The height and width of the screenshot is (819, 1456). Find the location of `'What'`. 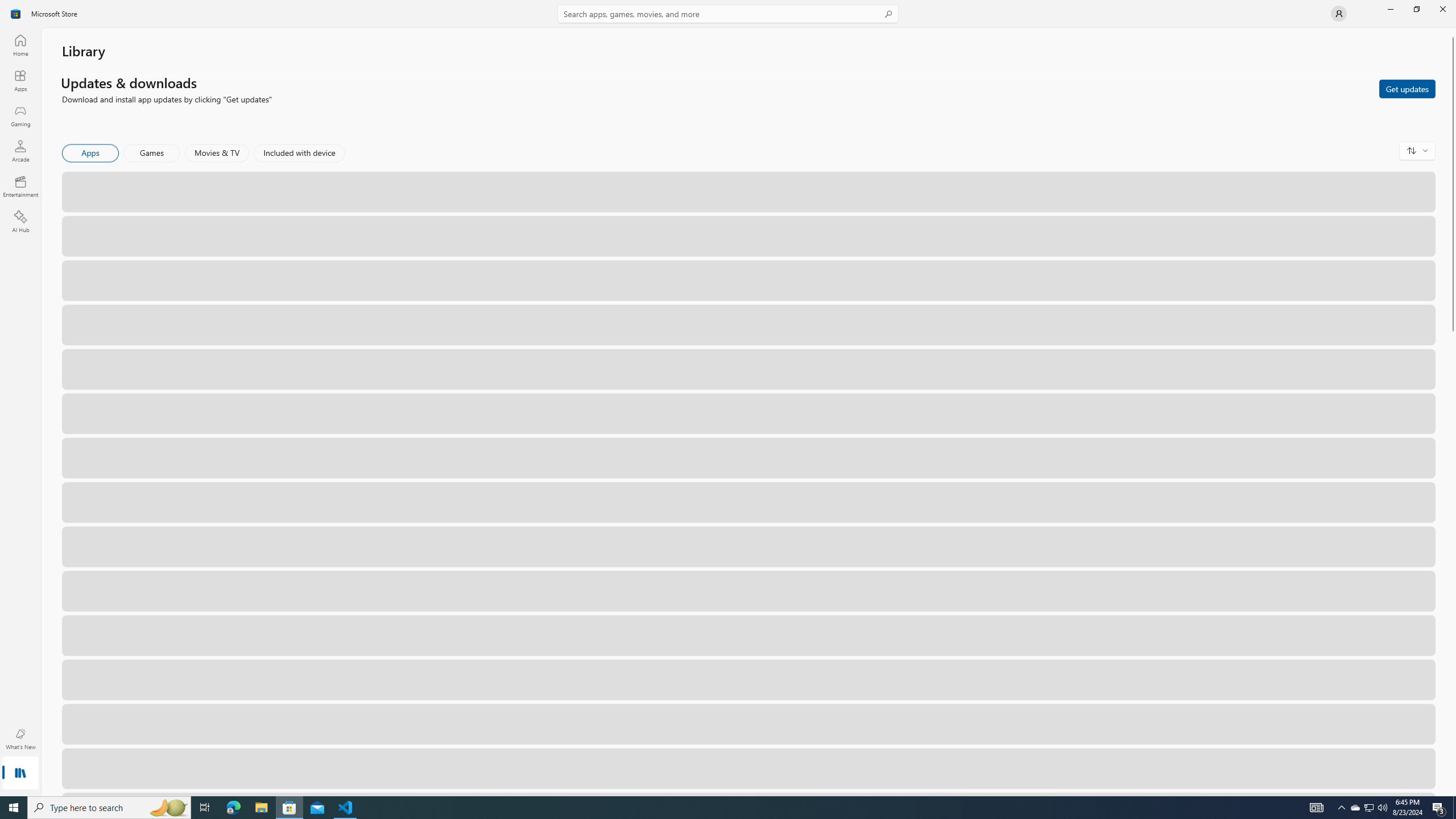

'What' is located at coordinates (19, 738).